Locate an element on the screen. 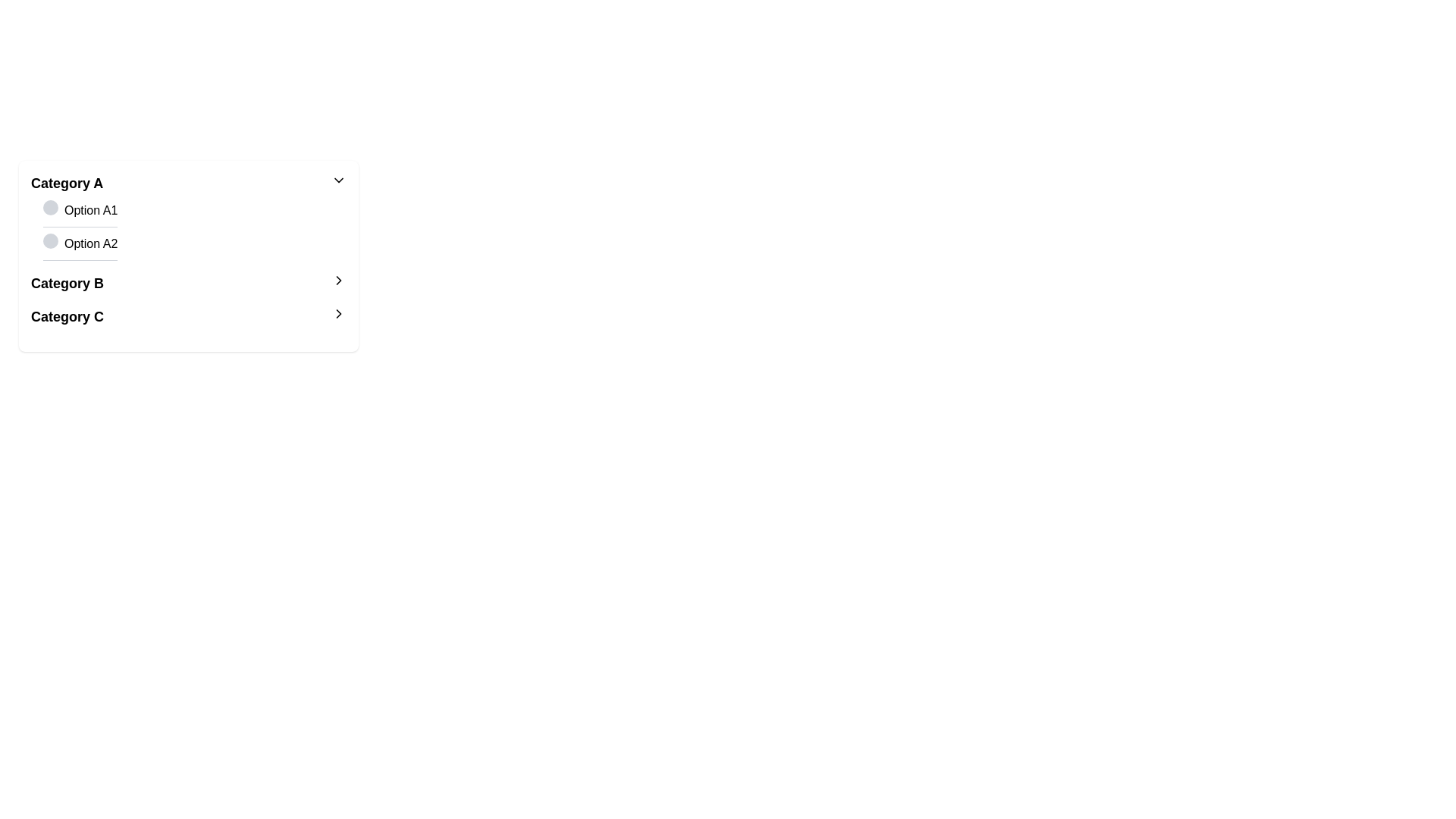 The height and width of the screenshot is (819, 1456). the radio button visually styled as 'Option A2' is located at coordinates (51, 242).